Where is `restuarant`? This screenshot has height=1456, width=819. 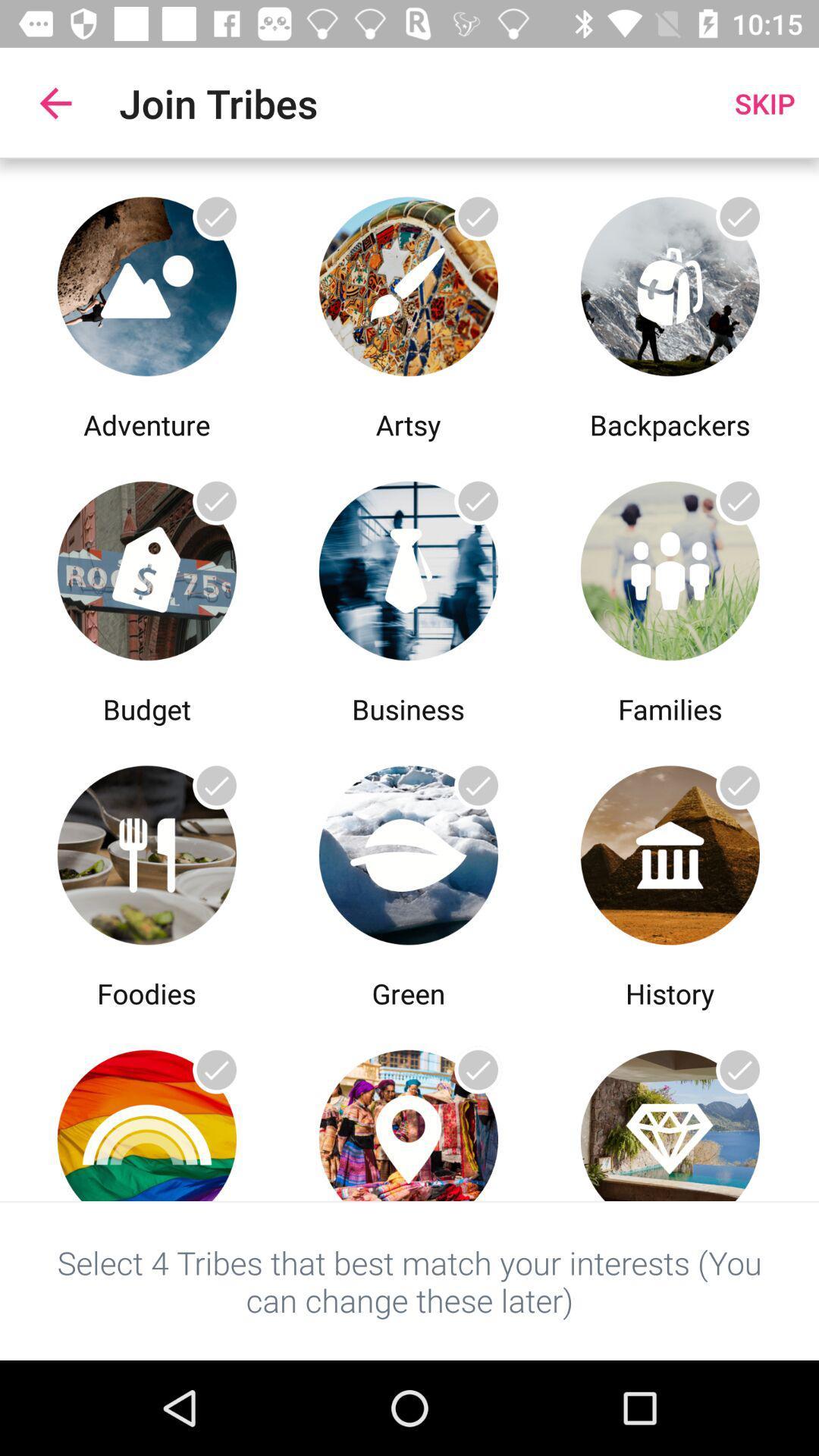 restuarant is located at coordinates (146, 851).